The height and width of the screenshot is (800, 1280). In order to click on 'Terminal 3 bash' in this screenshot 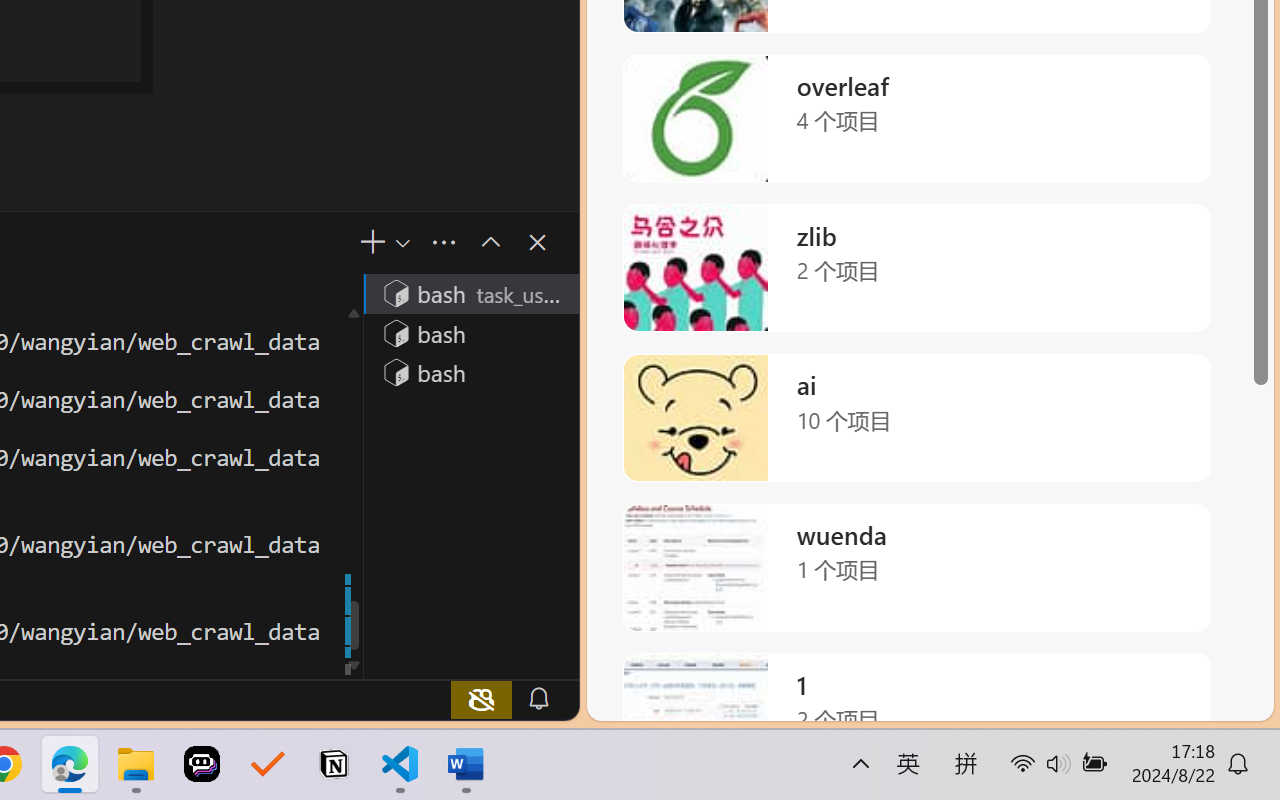, I will do `click(469, 371)`.